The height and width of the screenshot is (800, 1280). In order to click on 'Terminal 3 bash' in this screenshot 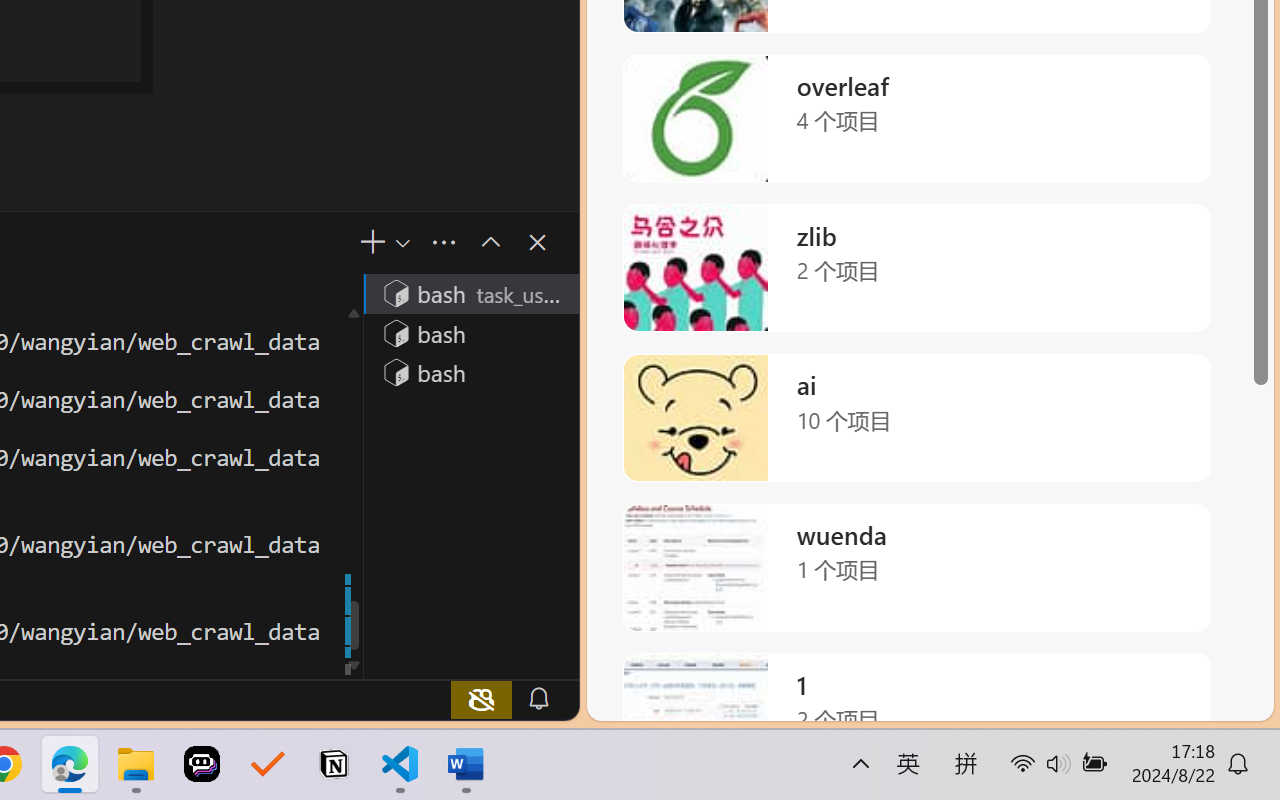, I will do `click(469, 371)`.